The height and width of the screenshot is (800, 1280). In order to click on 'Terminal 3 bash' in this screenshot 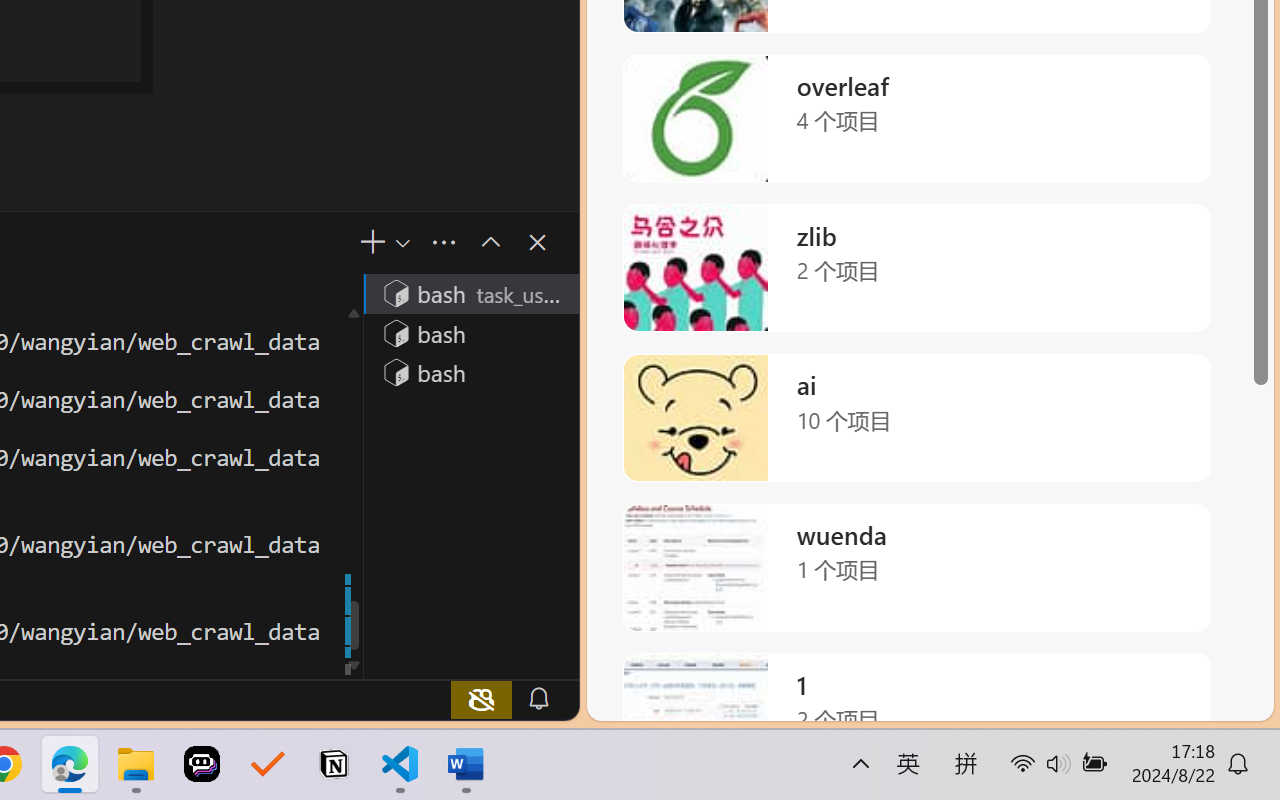, I will do `click(469, 371)`.